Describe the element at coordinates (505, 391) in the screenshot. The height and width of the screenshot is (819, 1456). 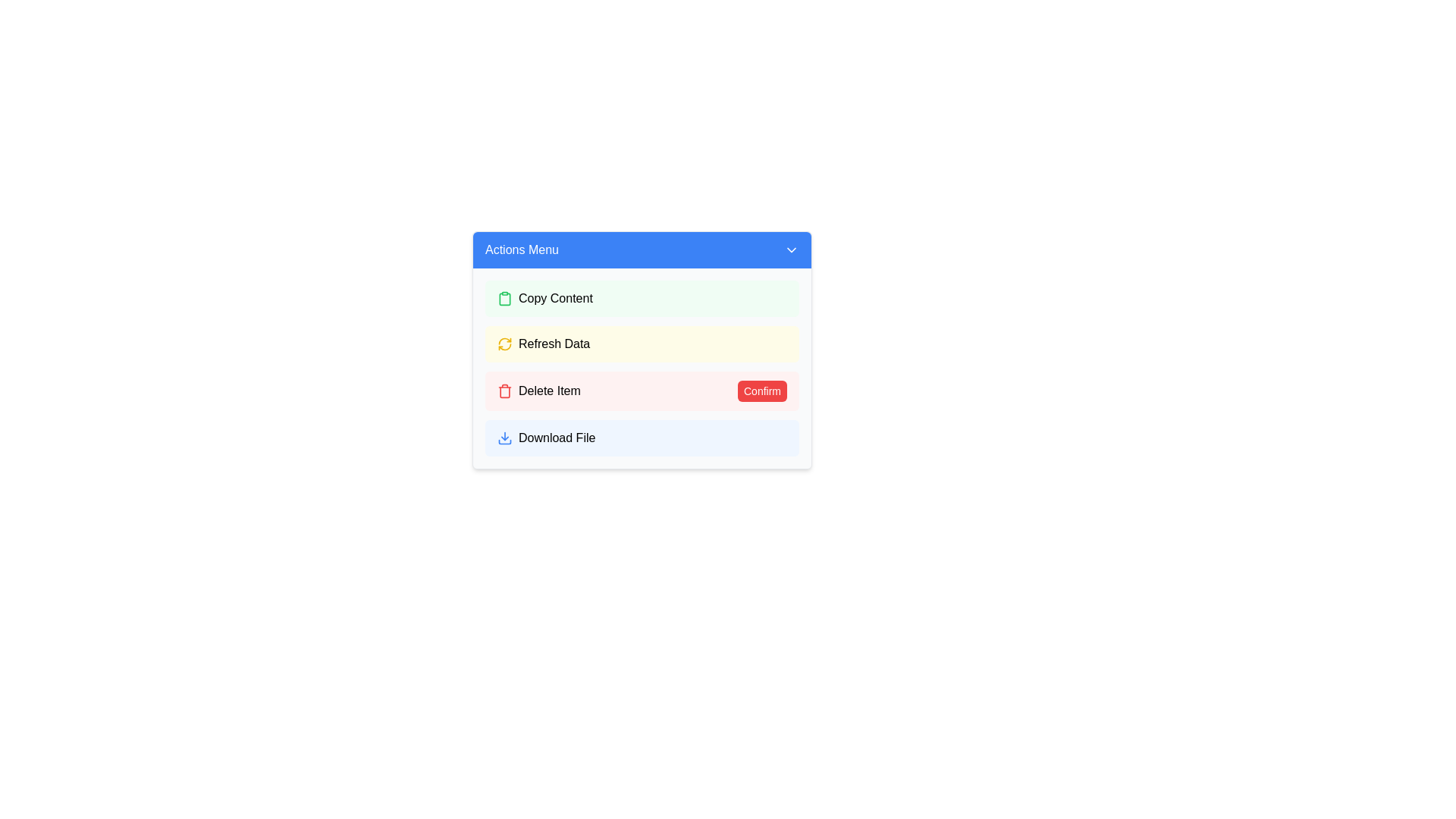
I see `the 'Delete Item' icon located in the third row of the dropdown menu, which has a light red background and is positioned to the left of the 'Delete Item' text` at that location.